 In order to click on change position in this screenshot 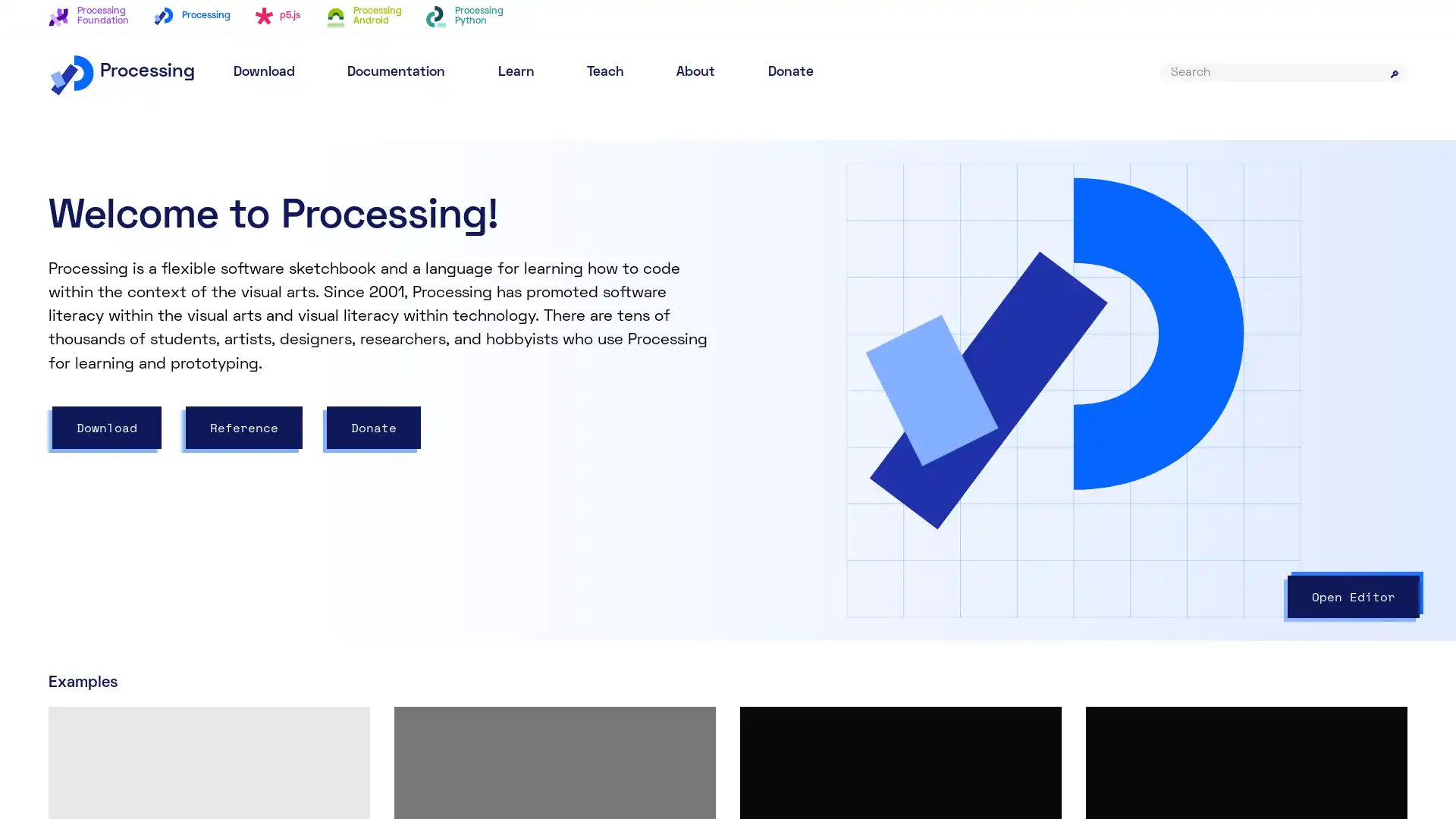, I will do `click(871, 363)`.